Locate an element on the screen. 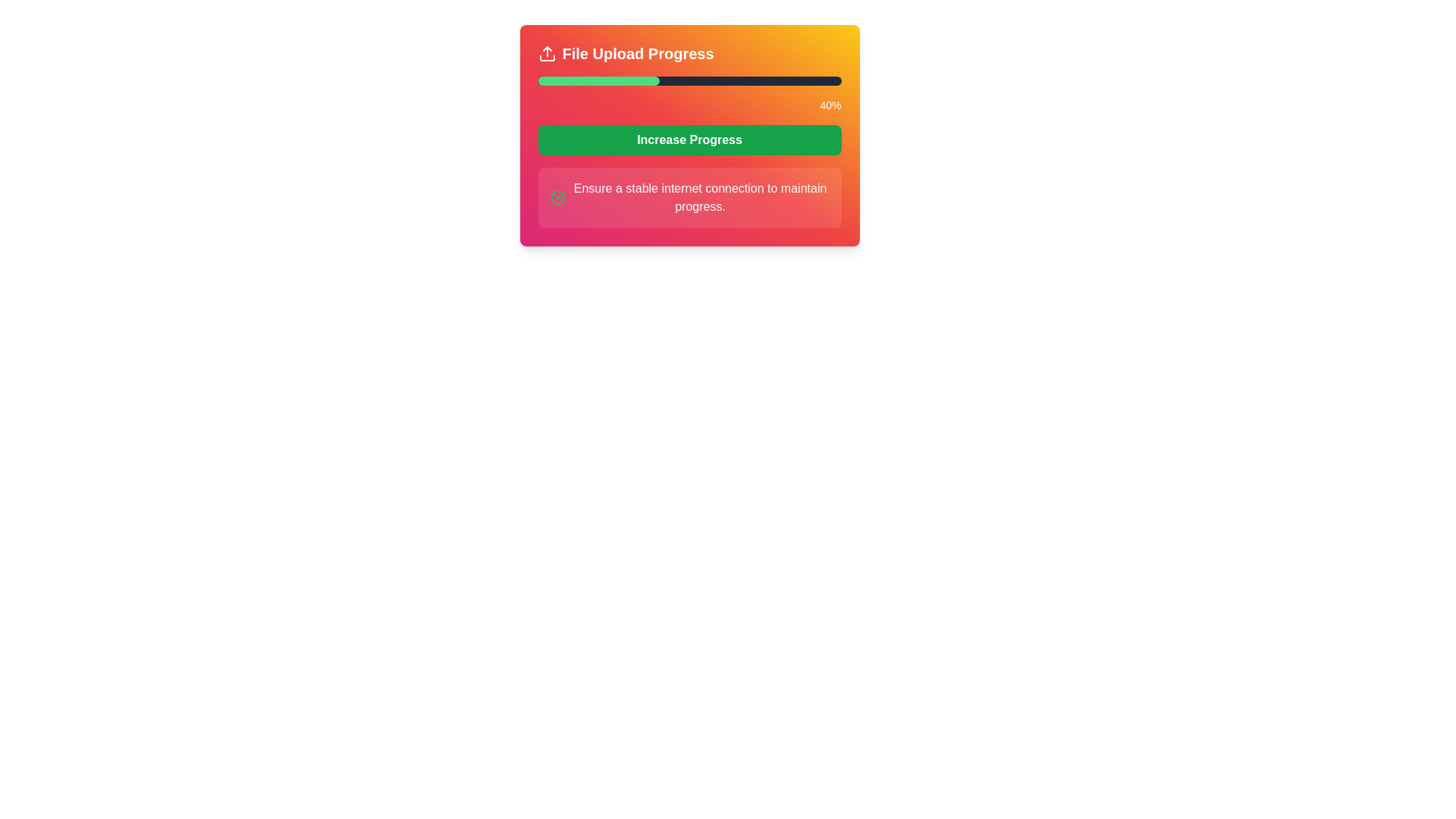  the horizontal progress bar styled with a dark gray background and green-filled section, located below the title 'File Upload Progress' and above the 'Increase Progress' button is located at coordinates (689, 81).